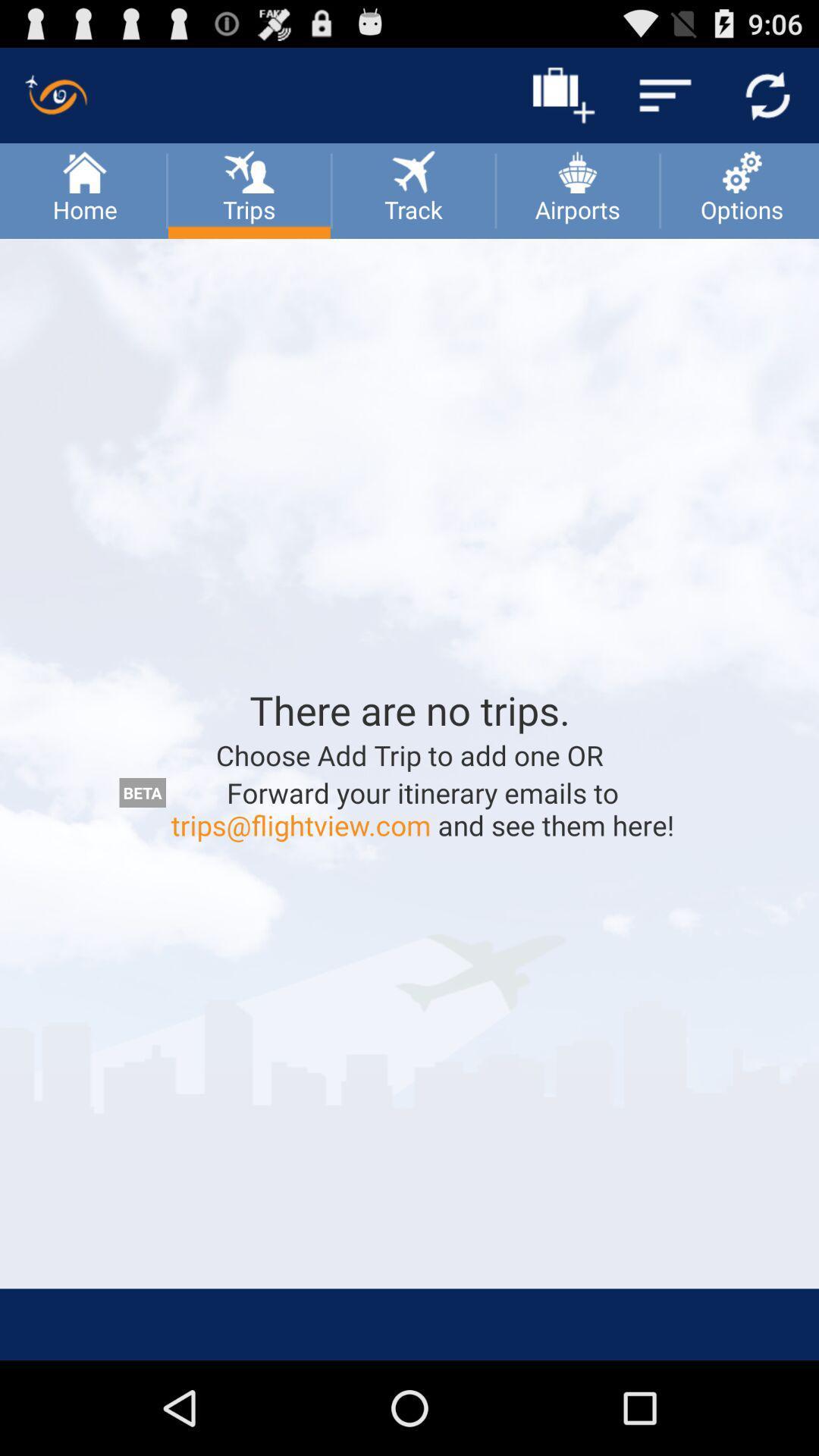  Describe the element at coordinates (739, 190) in the screenshot. I see `the option which is next to airports` at that location.